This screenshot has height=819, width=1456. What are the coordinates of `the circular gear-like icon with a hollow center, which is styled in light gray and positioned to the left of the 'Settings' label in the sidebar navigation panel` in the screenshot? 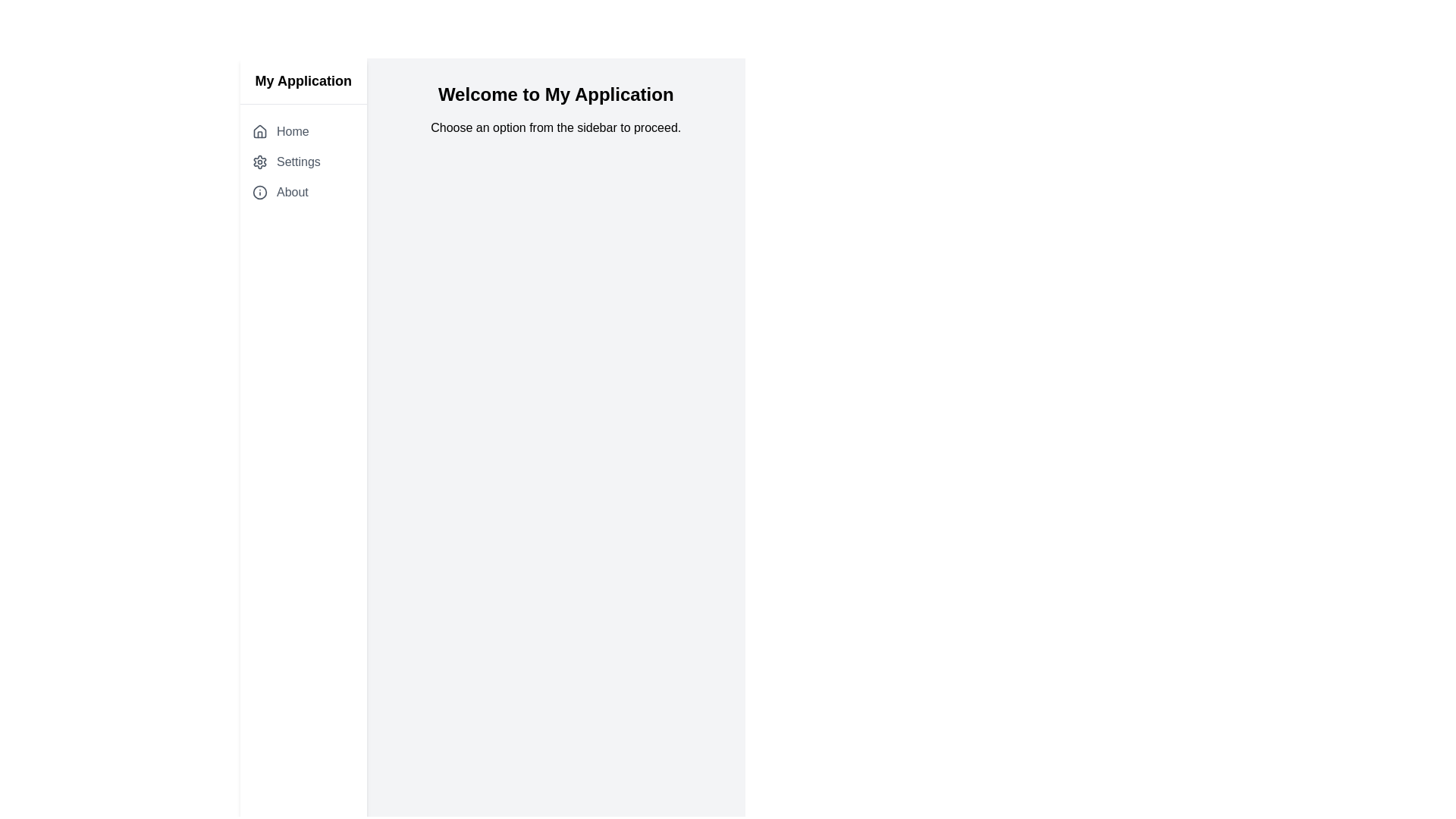 It's located at (259, 162).